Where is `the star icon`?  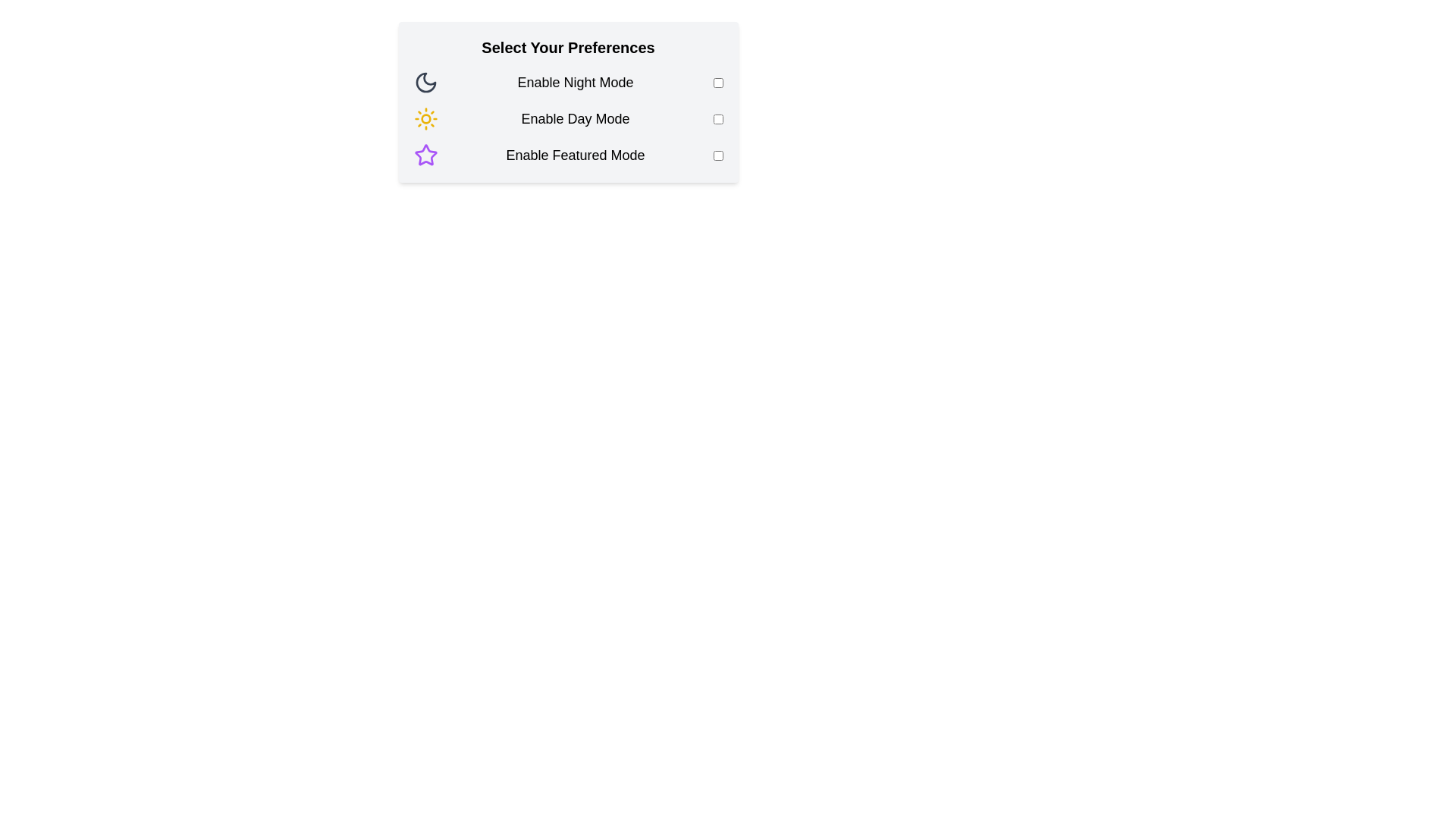 the star icon is located at coordinates (425, 155).